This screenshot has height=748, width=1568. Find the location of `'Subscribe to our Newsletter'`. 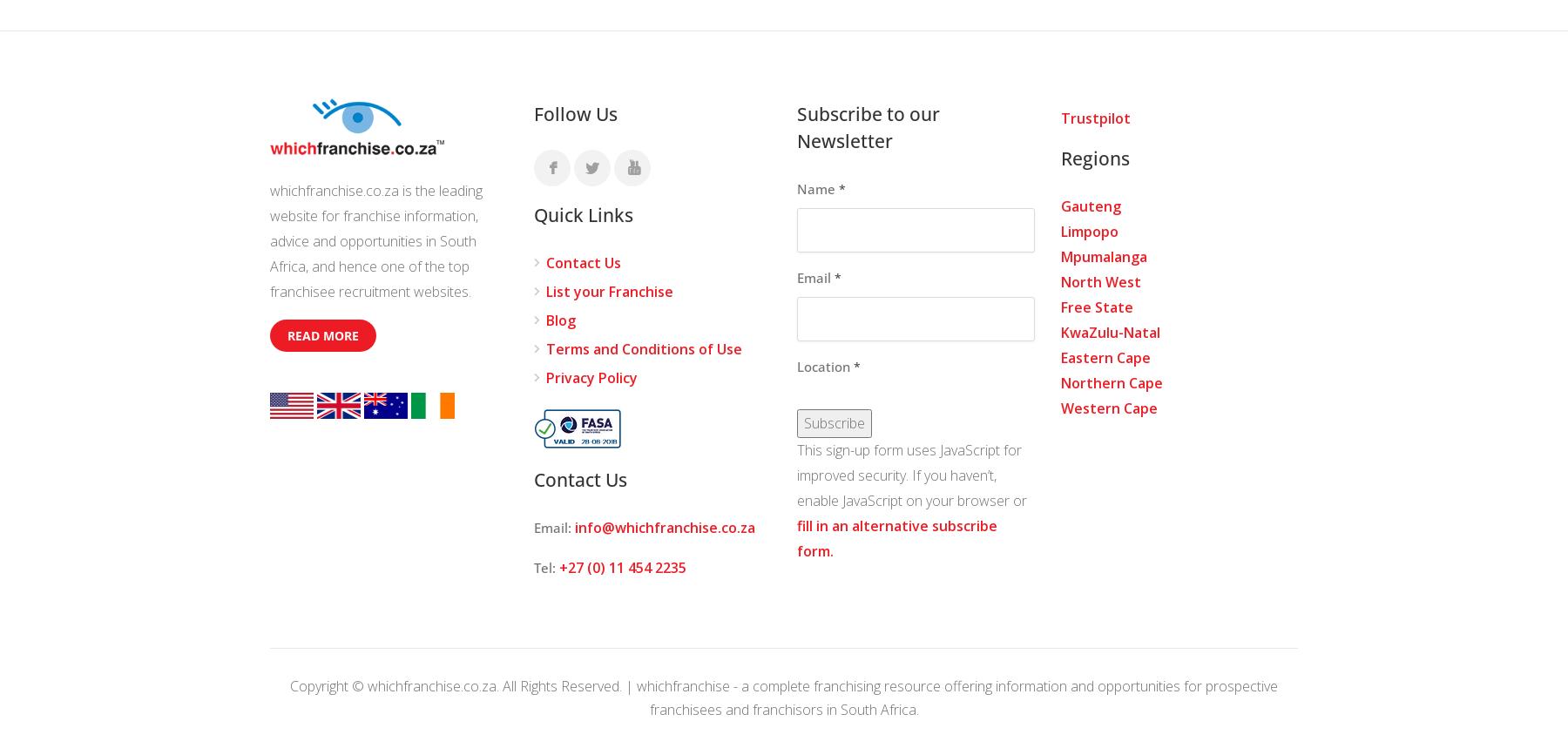

'Subscribe to our Newsletter' is located at coordinates (795, 126).